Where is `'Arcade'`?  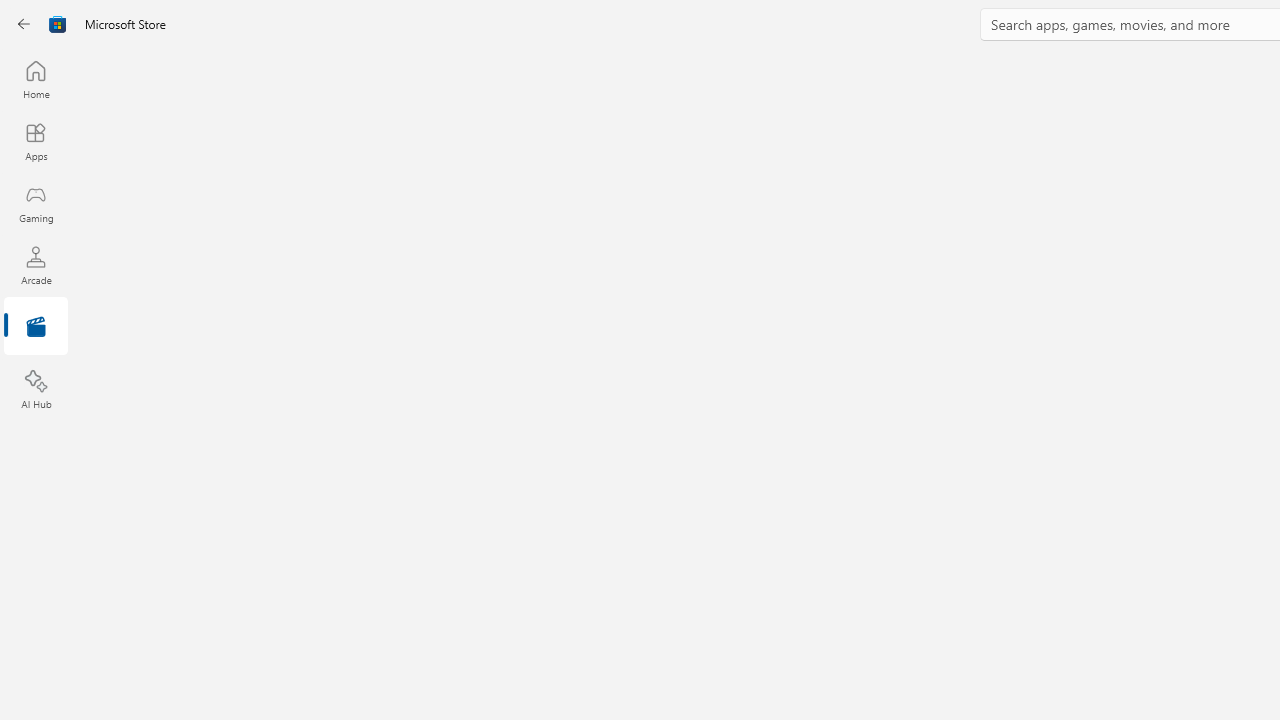
'Arcade' is located at coordinates (35, 264).